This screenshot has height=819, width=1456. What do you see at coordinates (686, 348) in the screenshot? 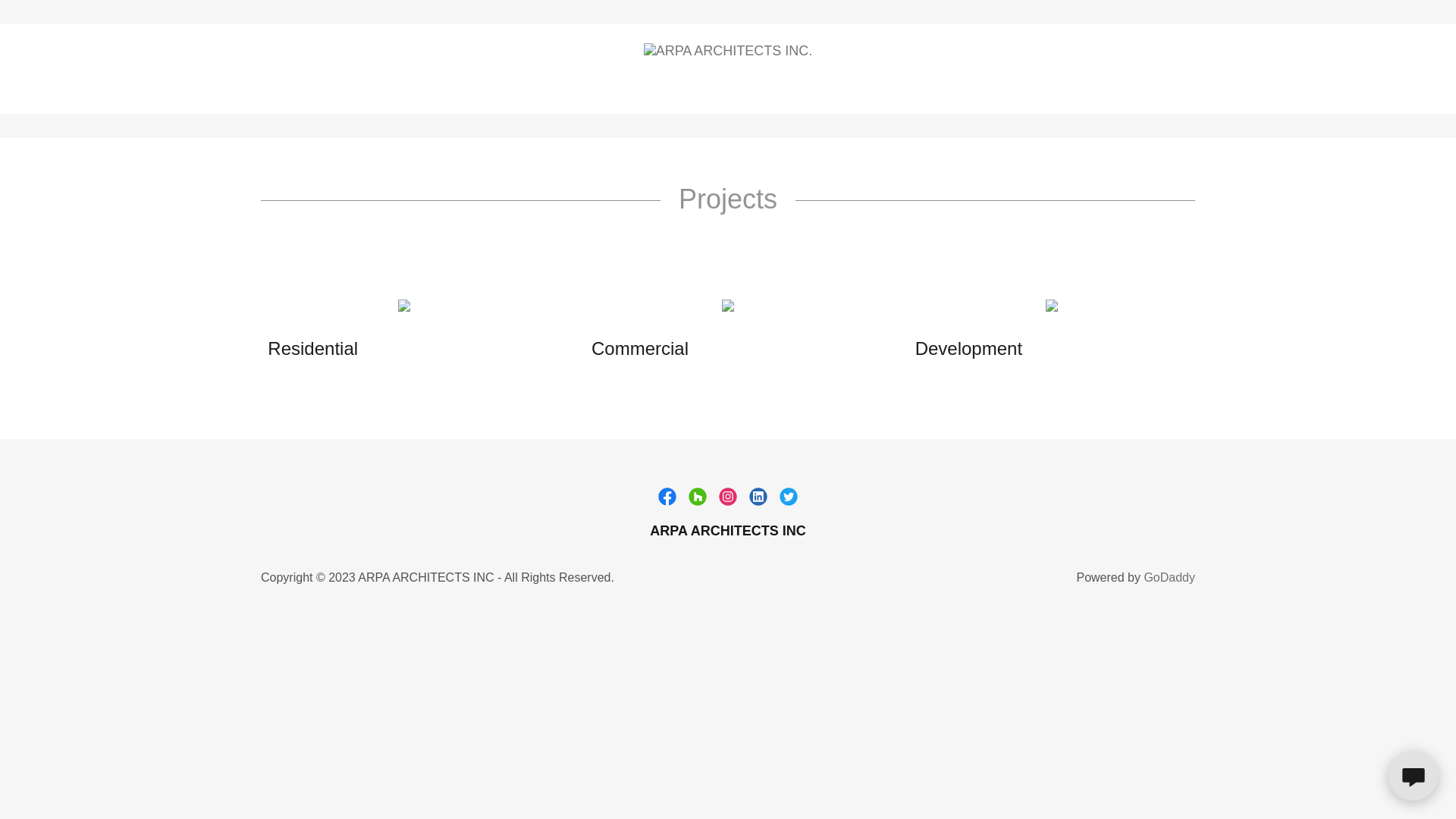
I see `'Commercial'` at bounding box center [686, 348].